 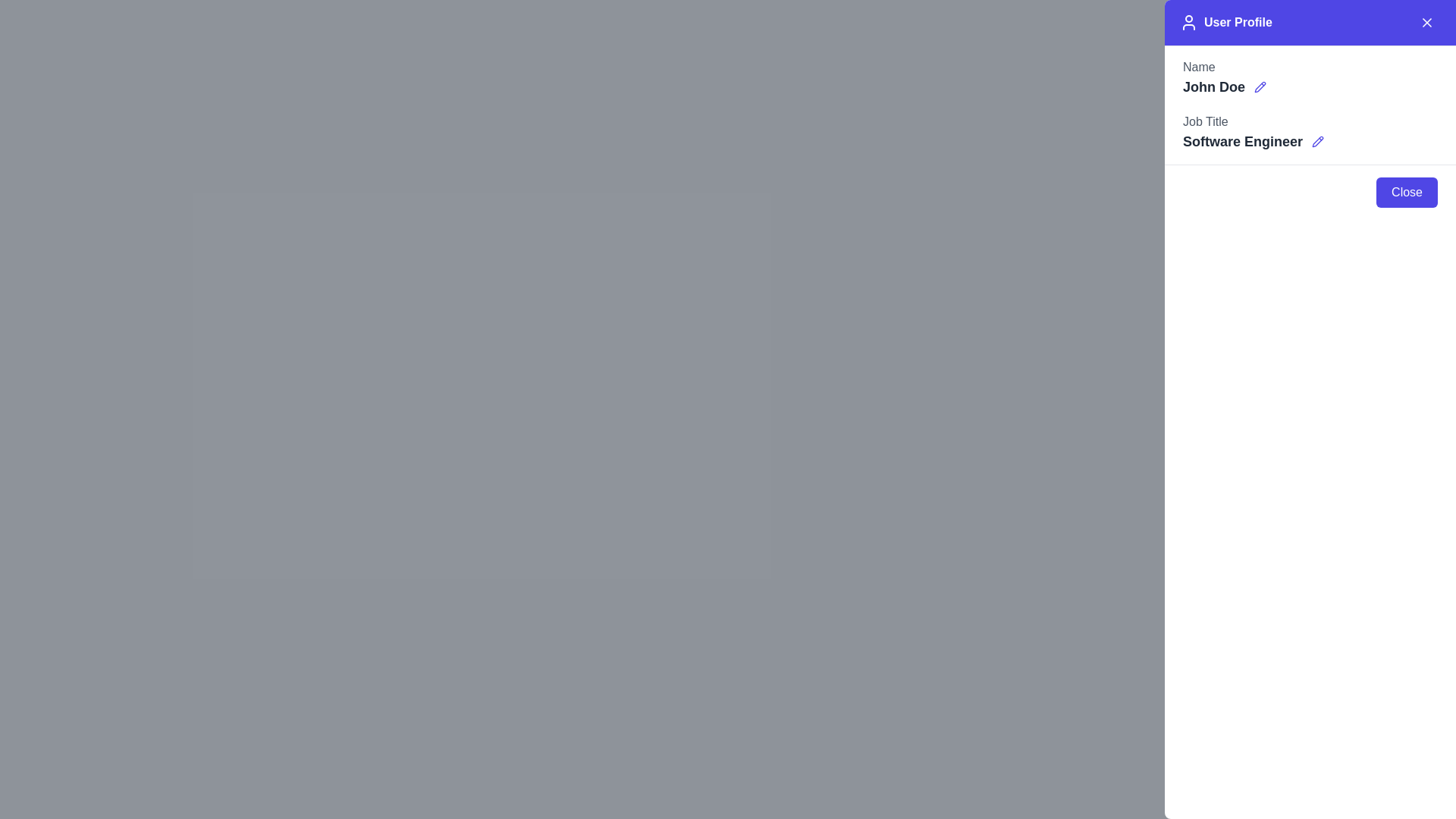 I want to click on the pencil icon located to the right of the text 'John Doe' to initiate the editing of the 'Name' field, so click(x=1260, y=87).